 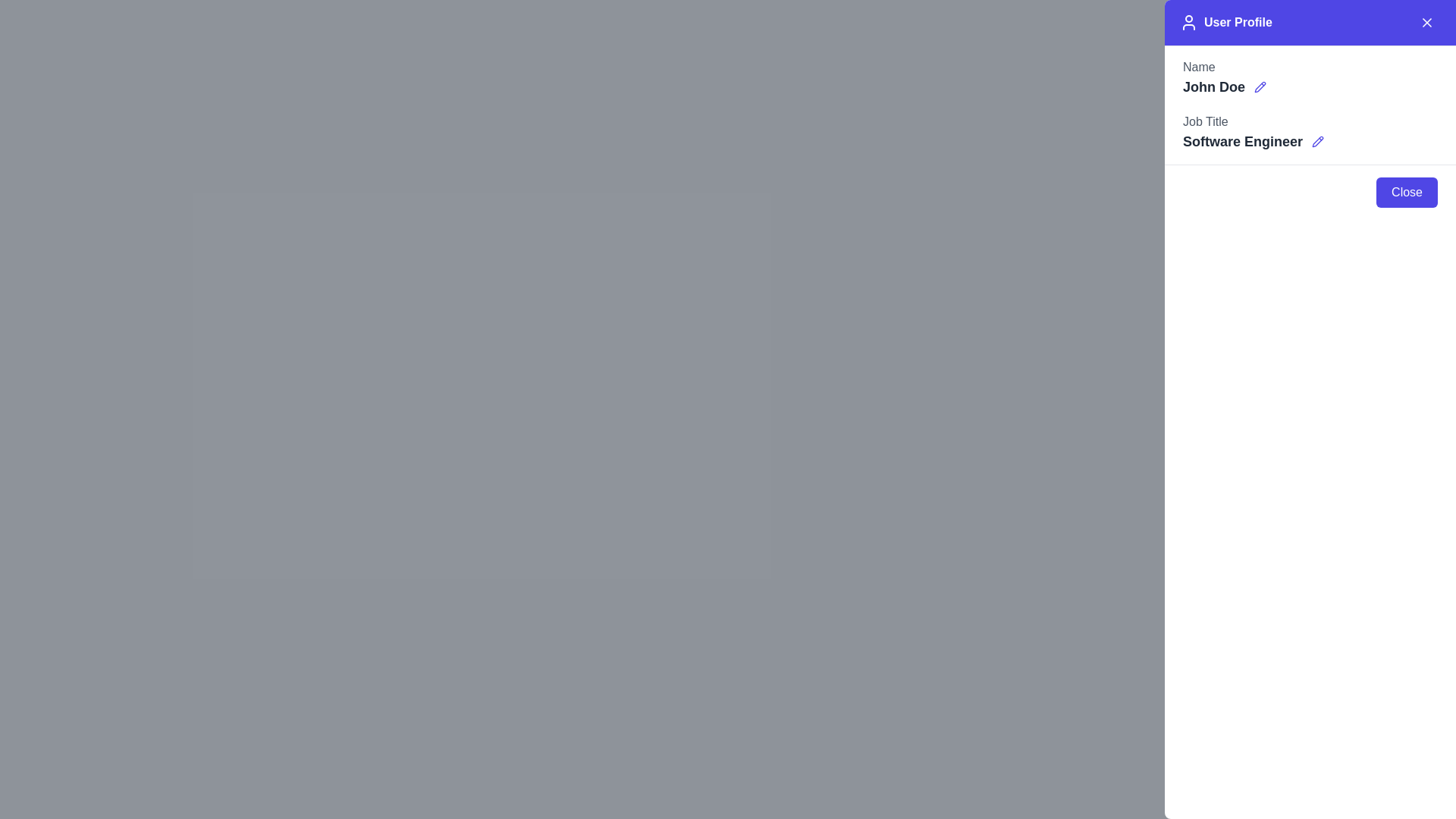 I want to click on the pencil icon located to the right of the text 'John Doe' to initiate the editing of the 'Name' field, so click(x=1260, y=87).